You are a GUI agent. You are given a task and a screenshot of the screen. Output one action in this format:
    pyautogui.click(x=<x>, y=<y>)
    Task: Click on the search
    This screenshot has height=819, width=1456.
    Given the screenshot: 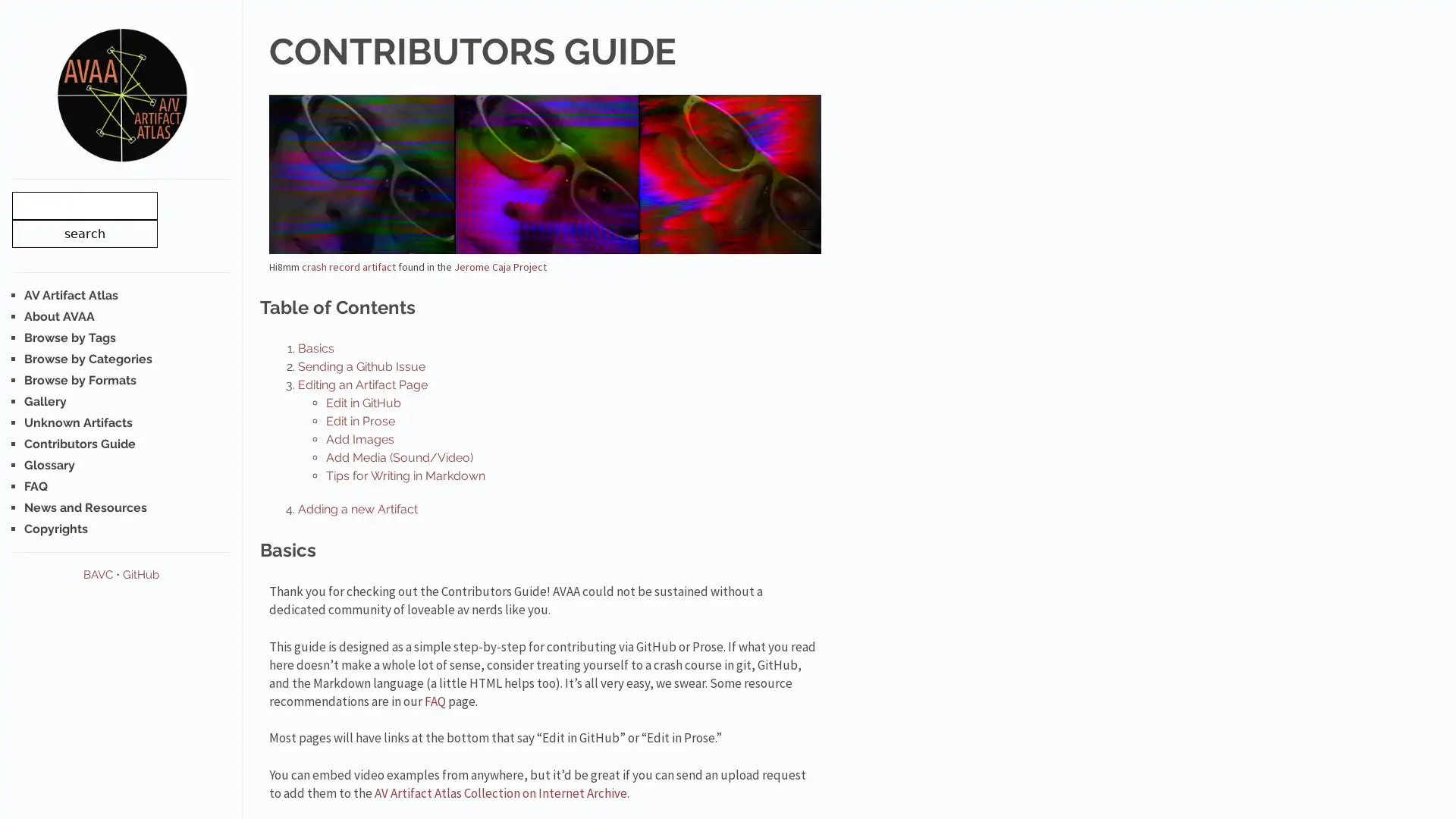 What is the action you would take?
    pyautogui.click(x=83, y=233)
    